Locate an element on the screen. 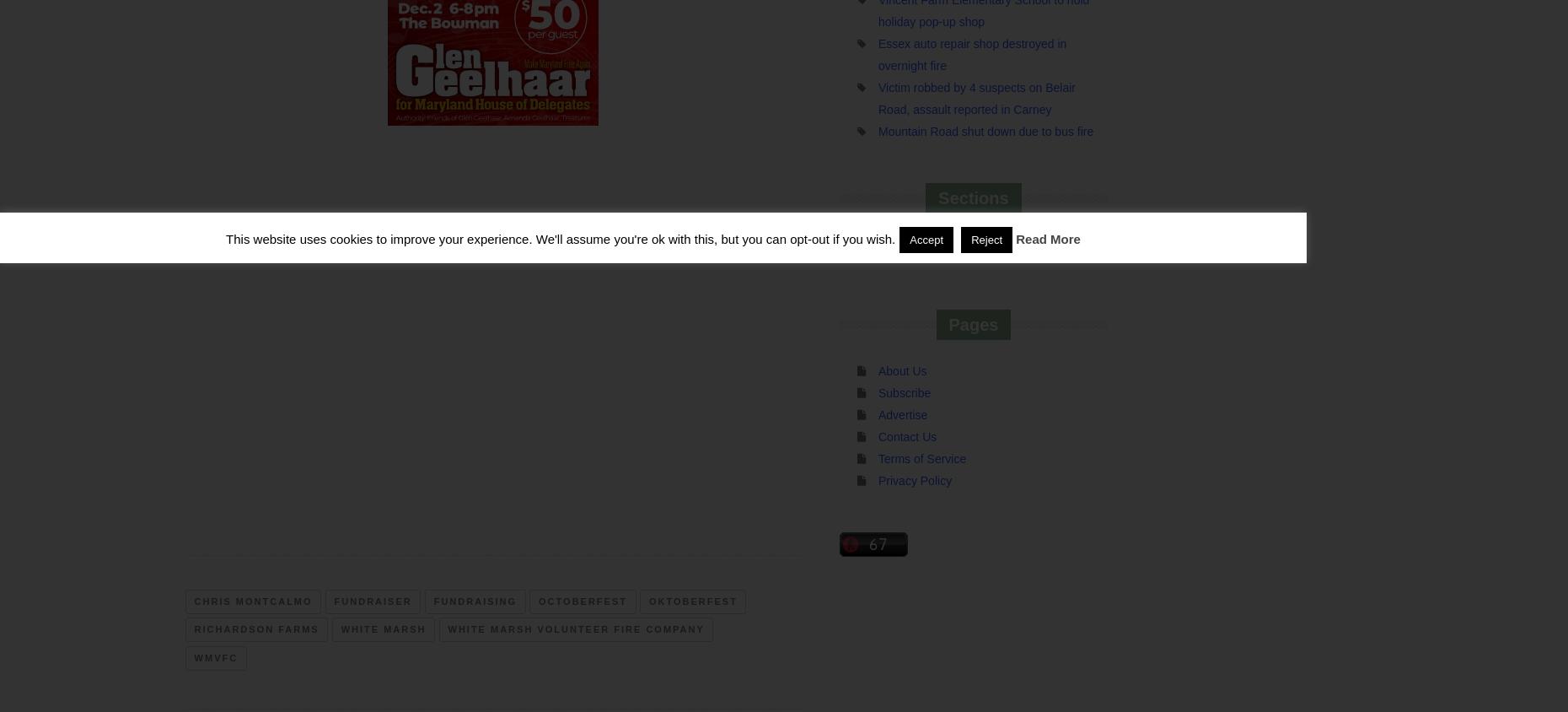 The width and height of the screenshot is (1568, 712). 'Essex auto repair shop destroyed in overnight fire' is located at coordinates (971, 52).